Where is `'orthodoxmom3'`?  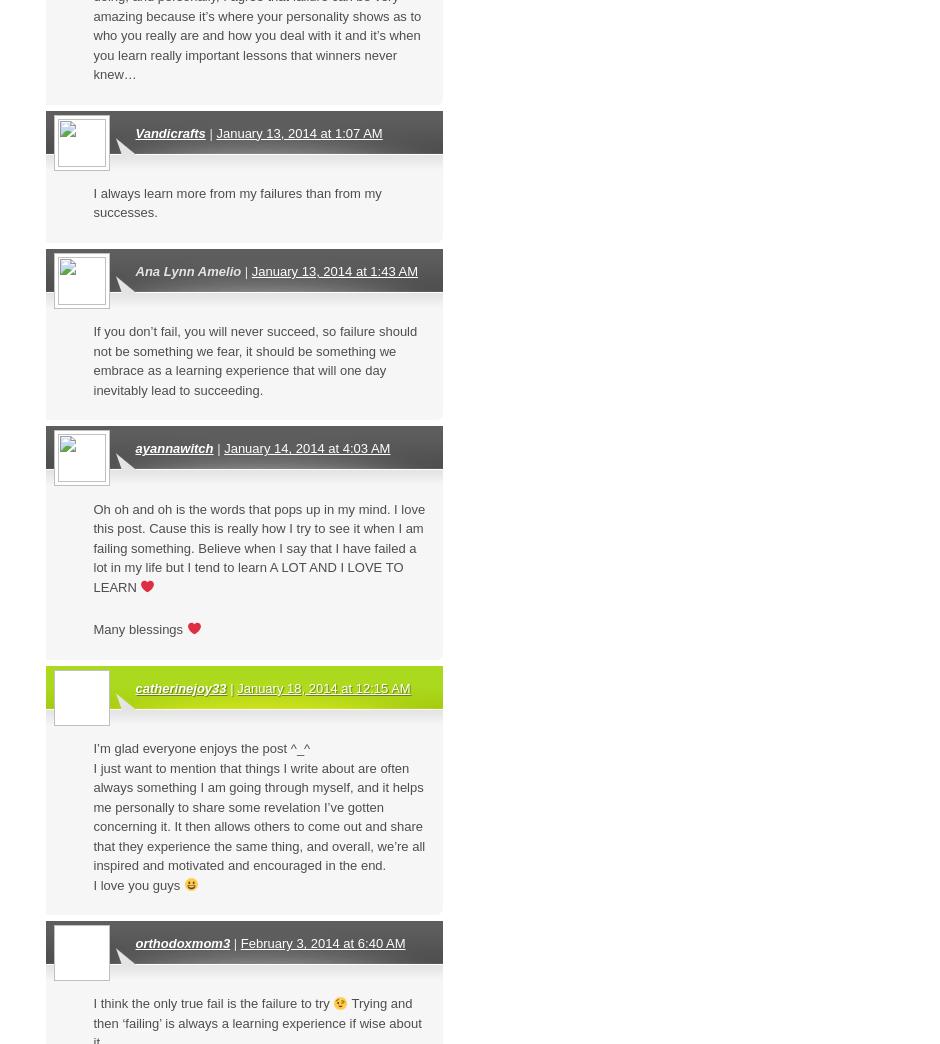
'orthodoxmom3' is located at coordinates (182, 942).